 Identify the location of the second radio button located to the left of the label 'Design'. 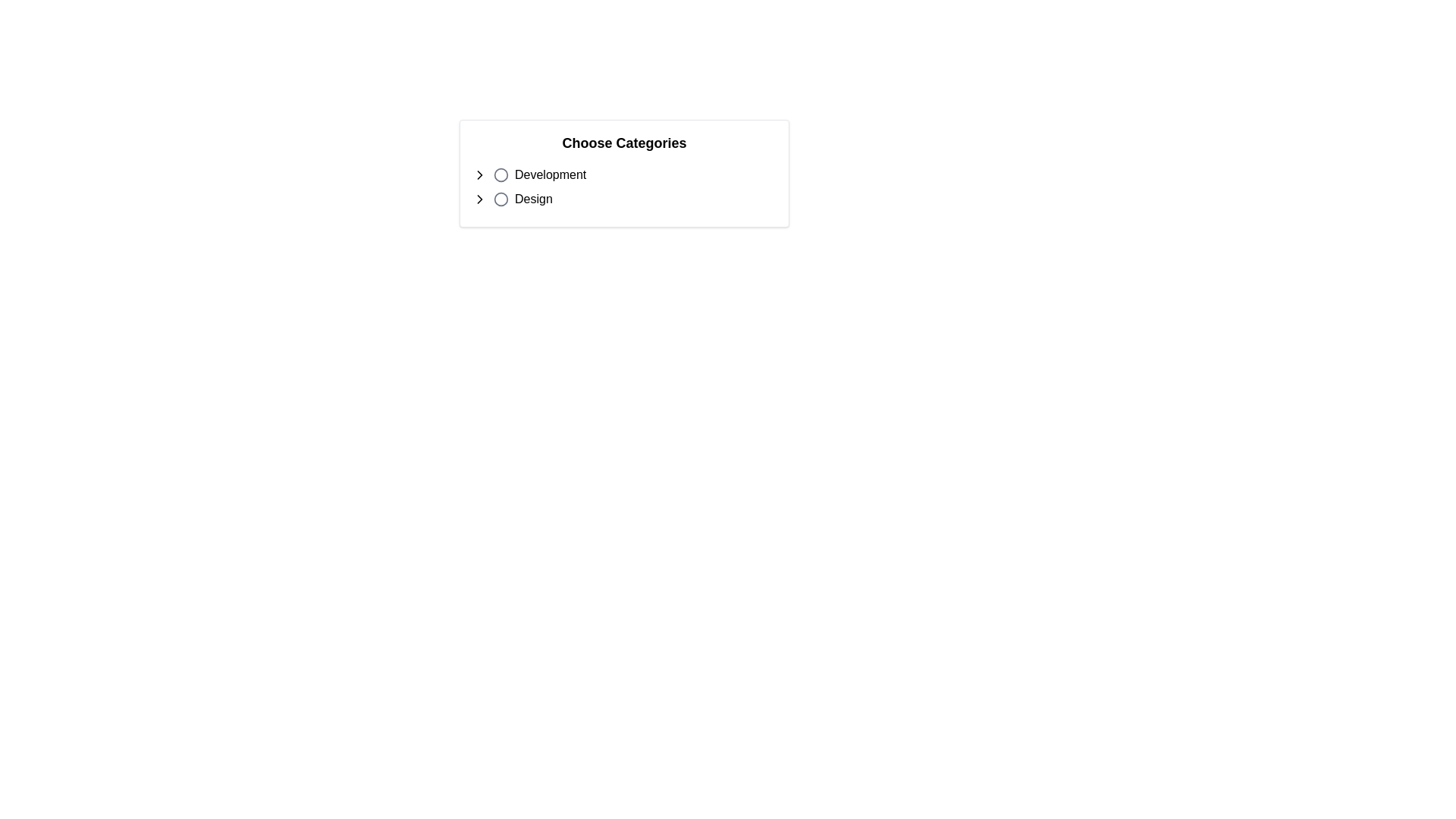
(501, 198).